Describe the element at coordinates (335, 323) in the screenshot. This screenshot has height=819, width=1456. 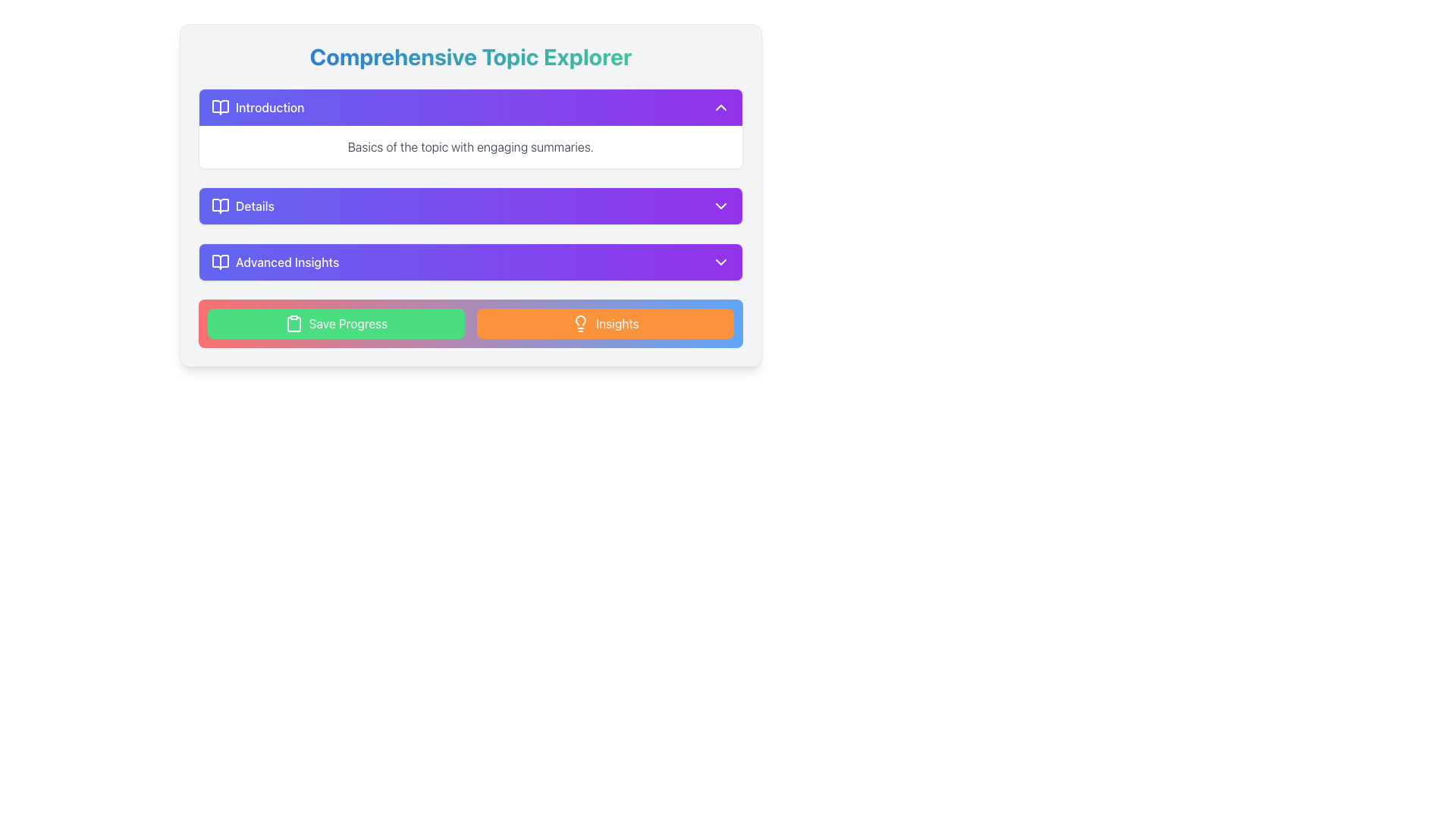
I see `the leftmost button labeled 'Save Progress' within the 'Save Progress Insights' card to change its color` at that location.